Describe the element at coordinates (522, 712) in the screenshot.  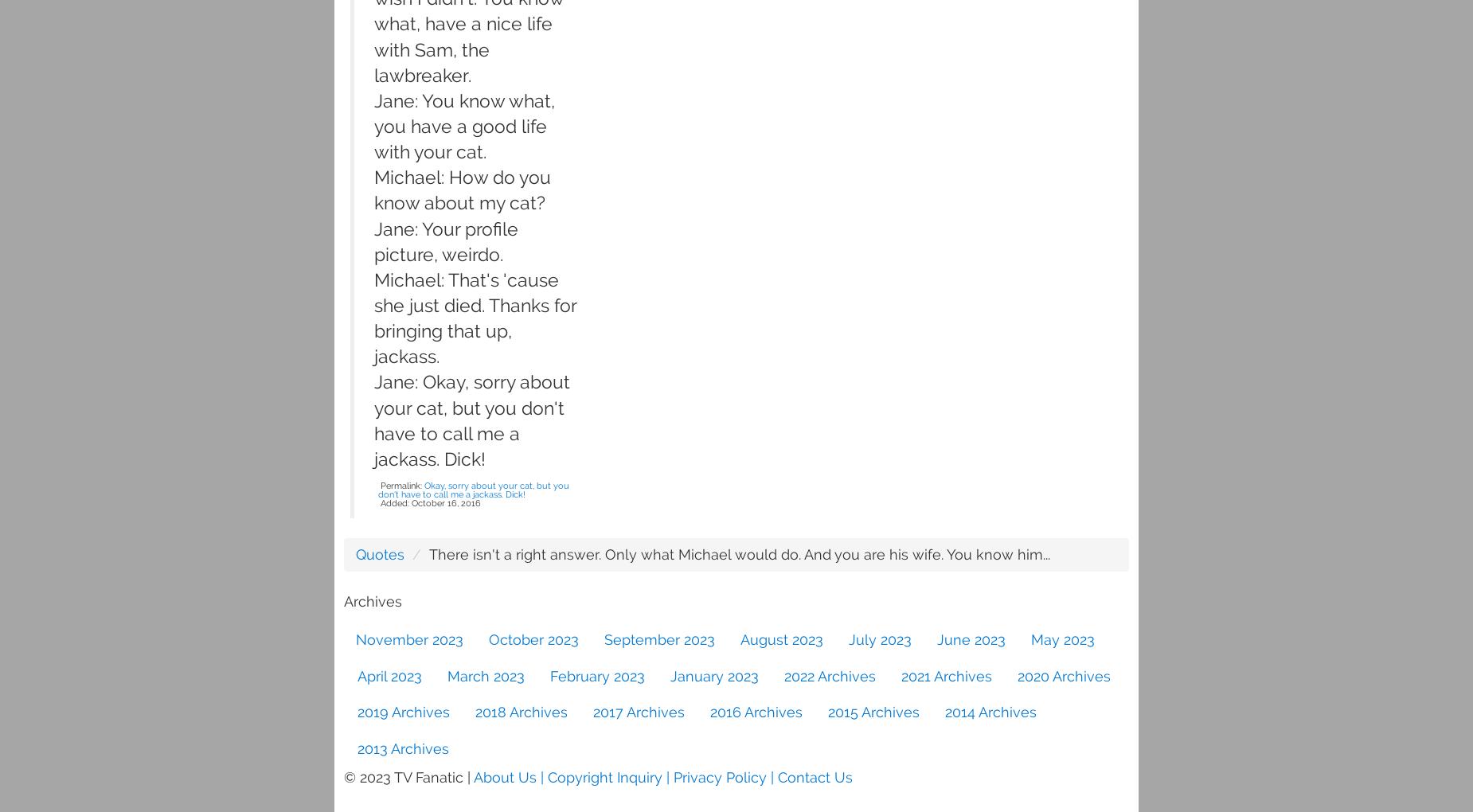
I see `'2018 Archives'` at that location.